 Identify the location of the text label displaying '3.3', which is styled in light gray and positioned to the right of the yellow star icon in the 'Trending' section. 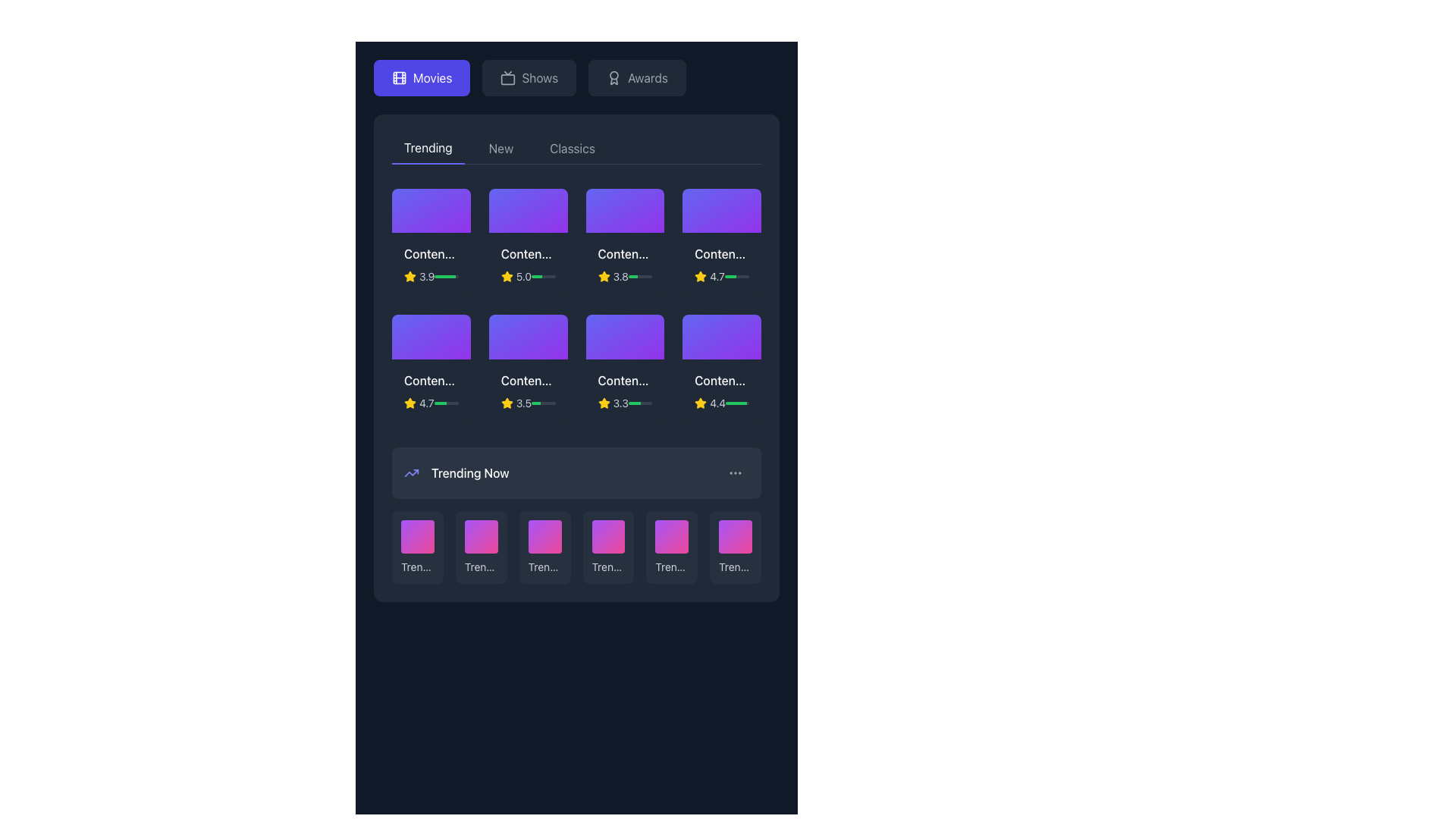
(620, 402).